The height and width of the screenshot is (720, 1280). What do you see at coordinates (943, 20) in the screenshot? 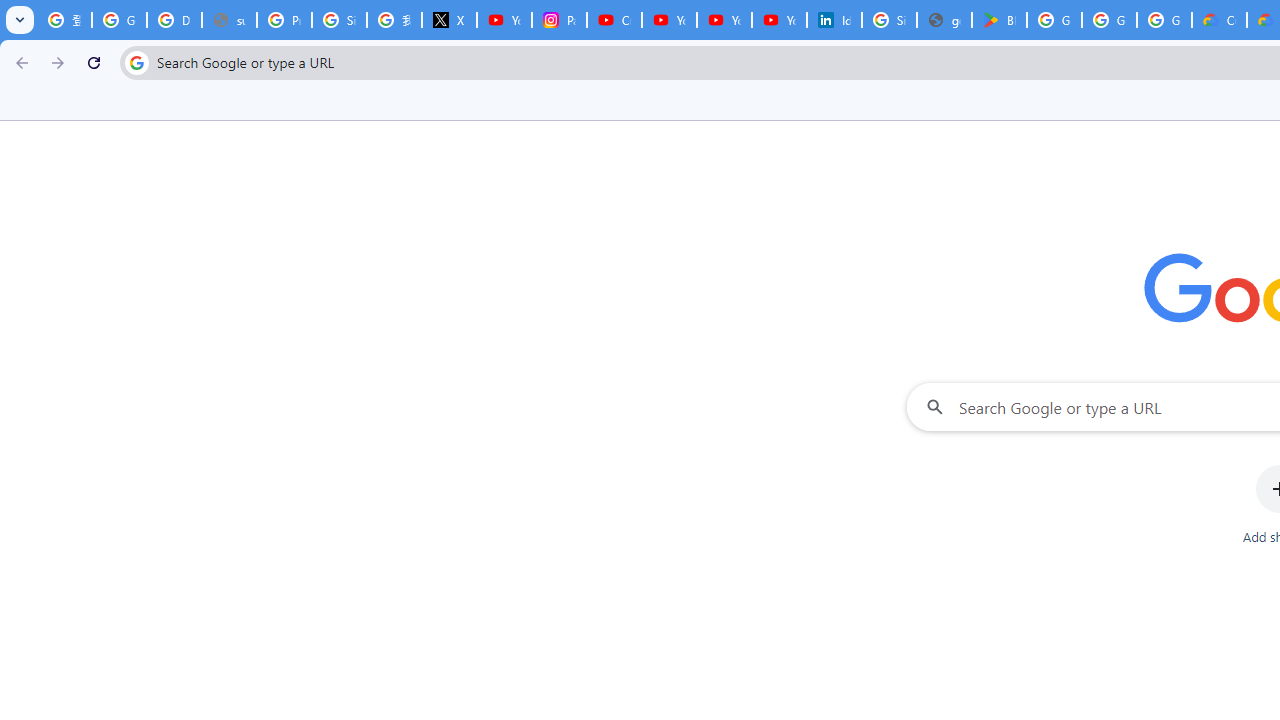
I see `'google_privacy_policy_en.pdf'` at bounding box center [943, 20].